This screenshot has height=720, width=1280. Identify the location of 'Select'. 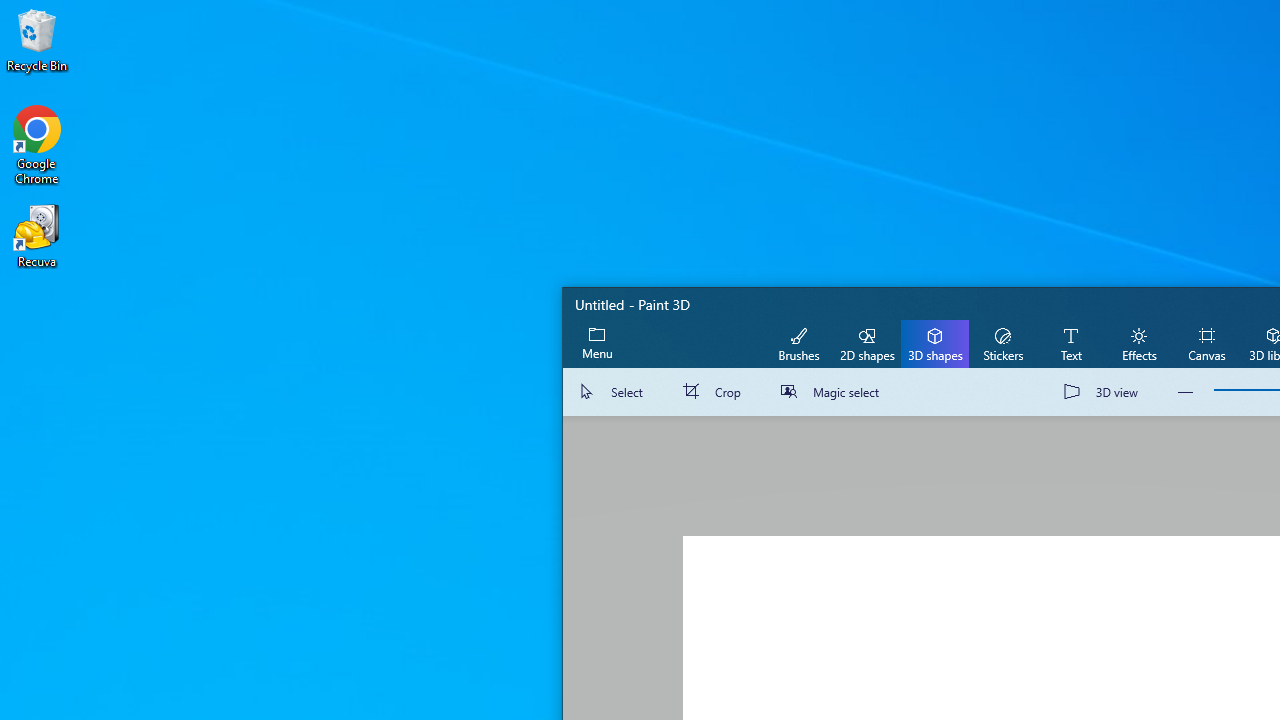
(614, 392).